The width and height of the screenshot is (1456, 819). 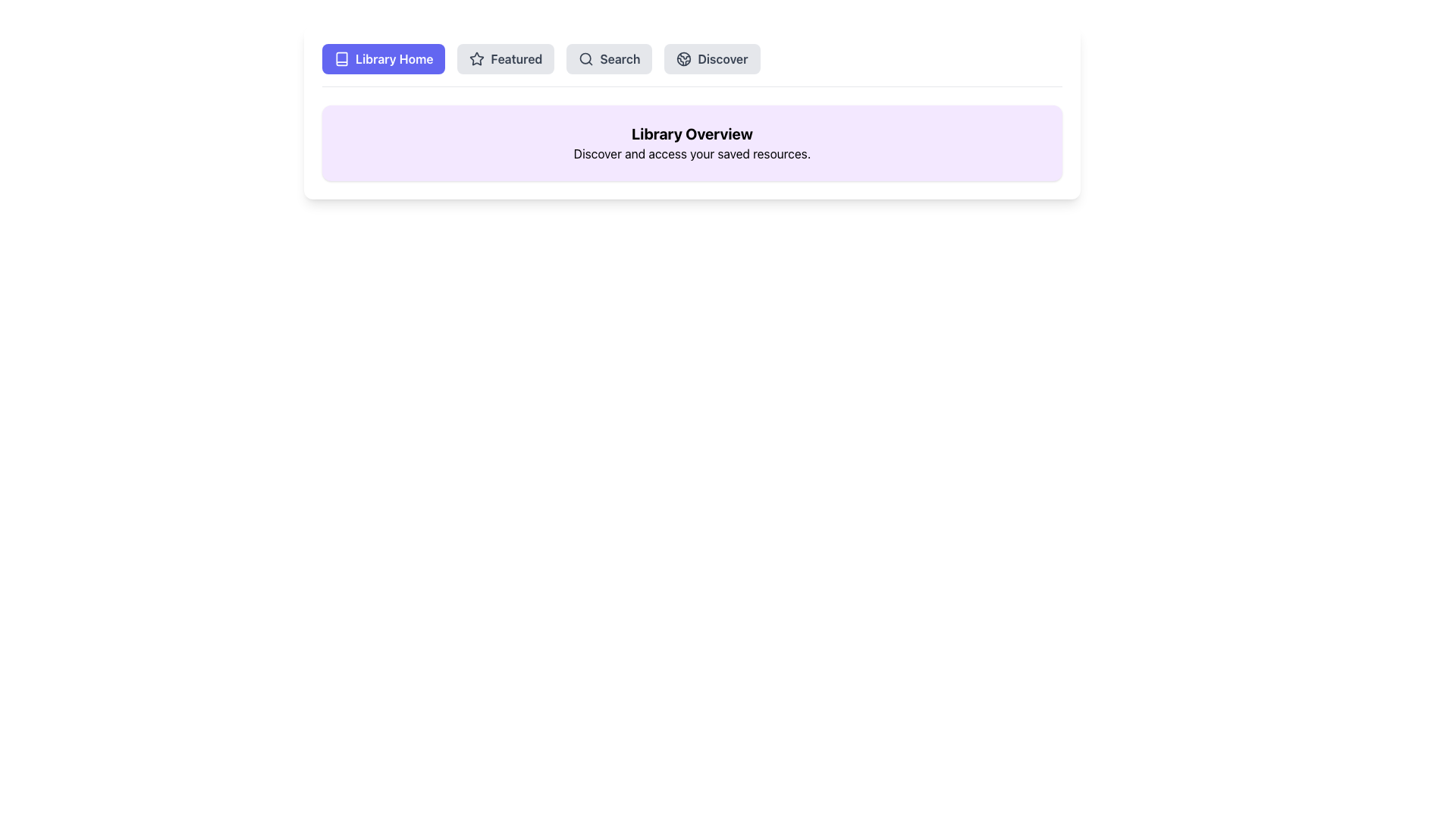 What do you see at coordinates (691, 154) in the screenshot?
I see `the text that reads 'Discover and access your saved resources.' which is styled in a regular sans-serif font and located beneath the 'Library Overview' header` at bounding box center [691, 154].